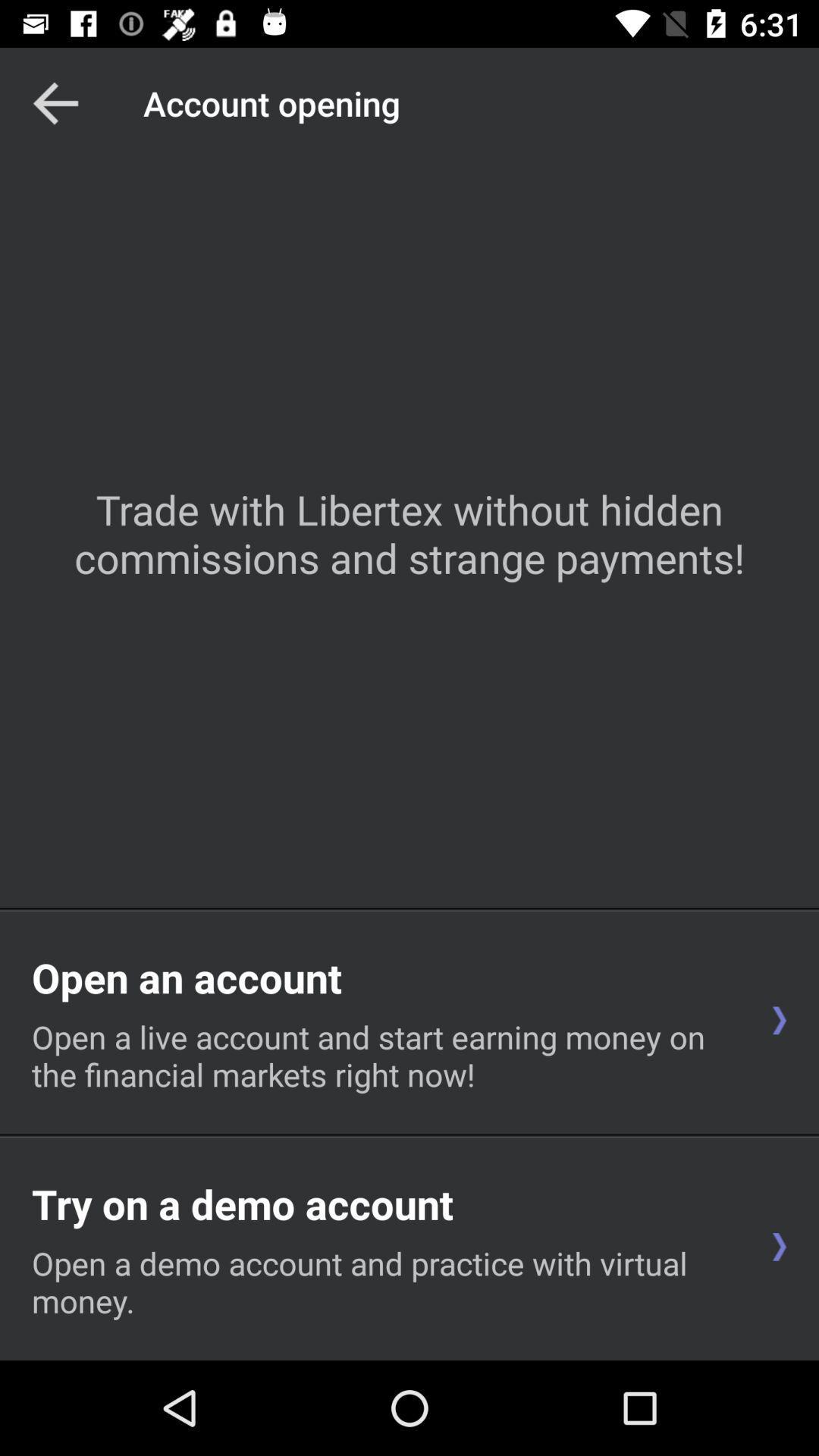 The height and width of the screenshot is (1456, 819). I want to click on go back, so click(55, 102).